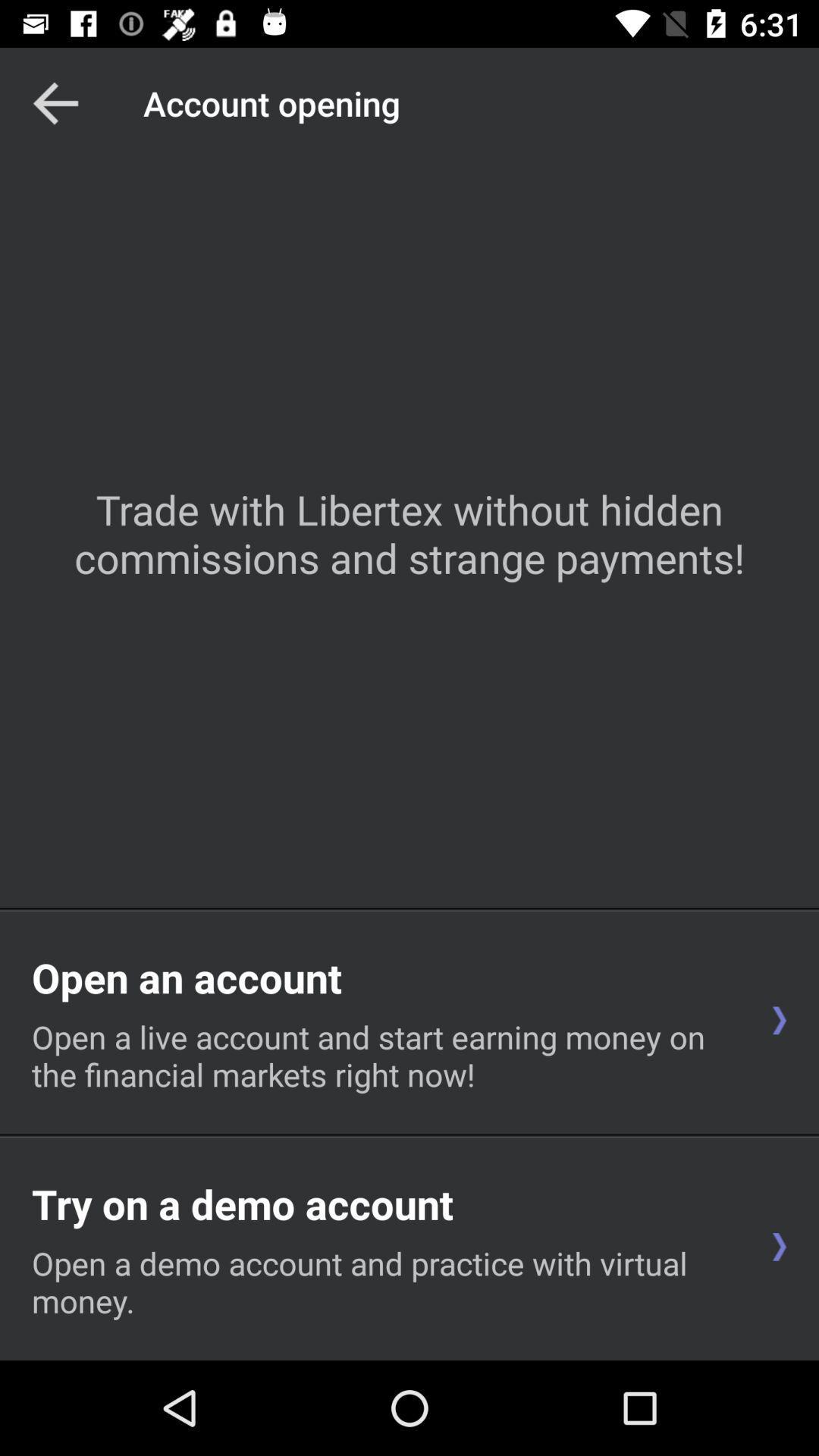 The height and width of the screenshot is (1456, 819). I want to click on go back, so click(55, 102).